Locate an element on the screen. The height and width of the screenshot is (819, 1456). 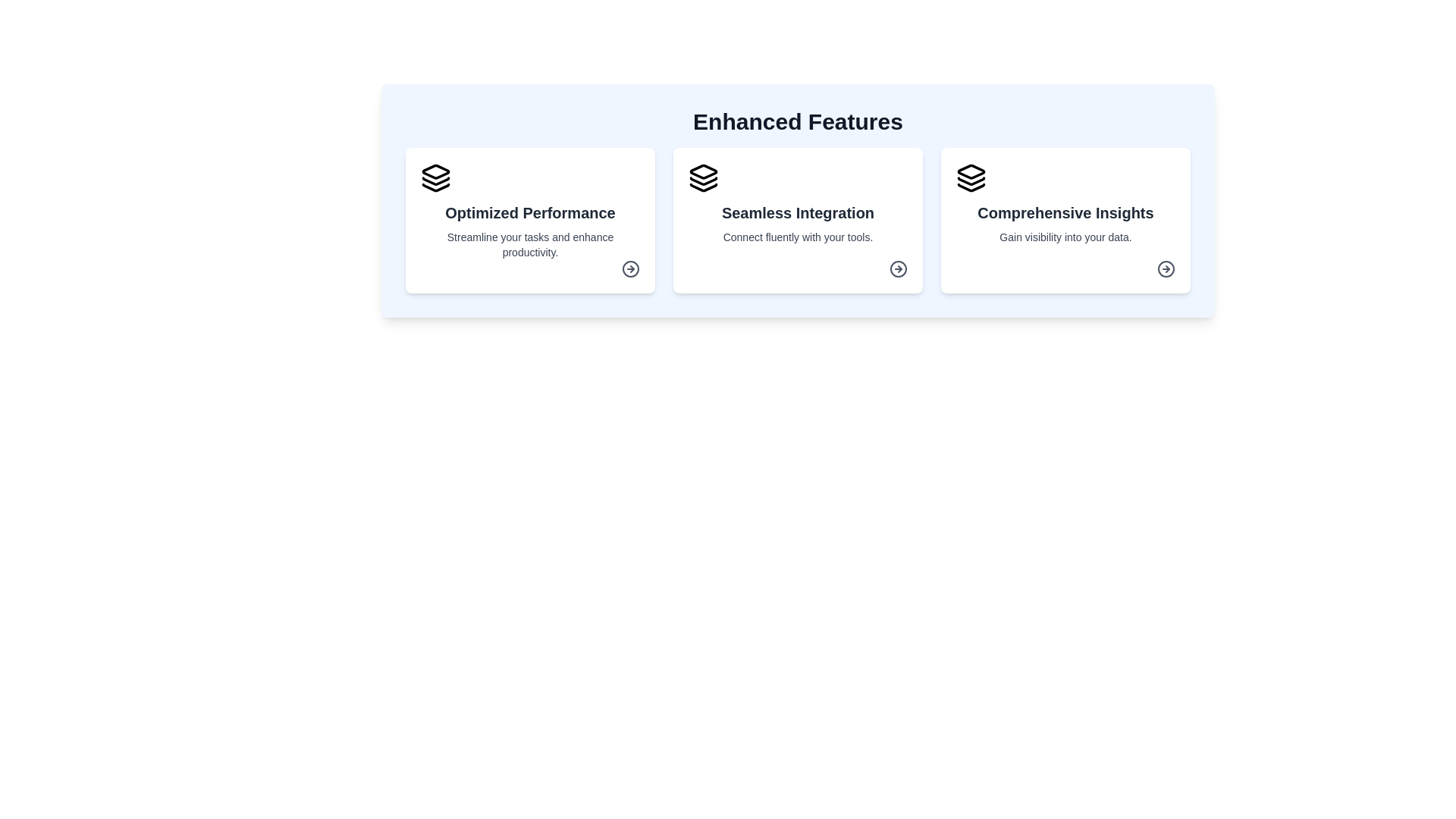
the diamond-shaped icon that is part of the card labeled 'Seamless Integration' in the 'Enhanced Features' section is located at coordinates (702, 171).